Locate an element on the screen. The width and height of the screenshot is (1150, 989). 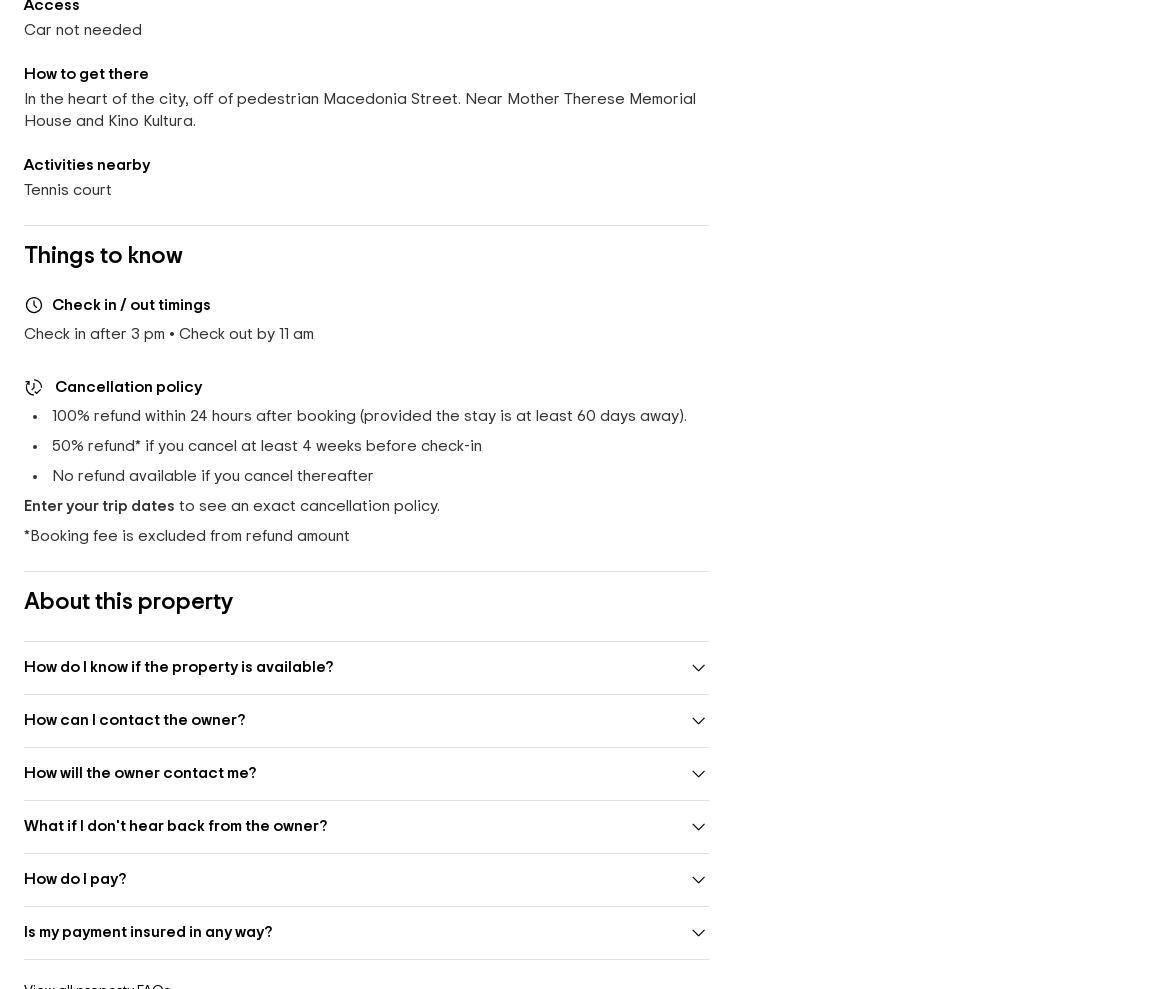
'About this property' is located at coordinates (127, 601).